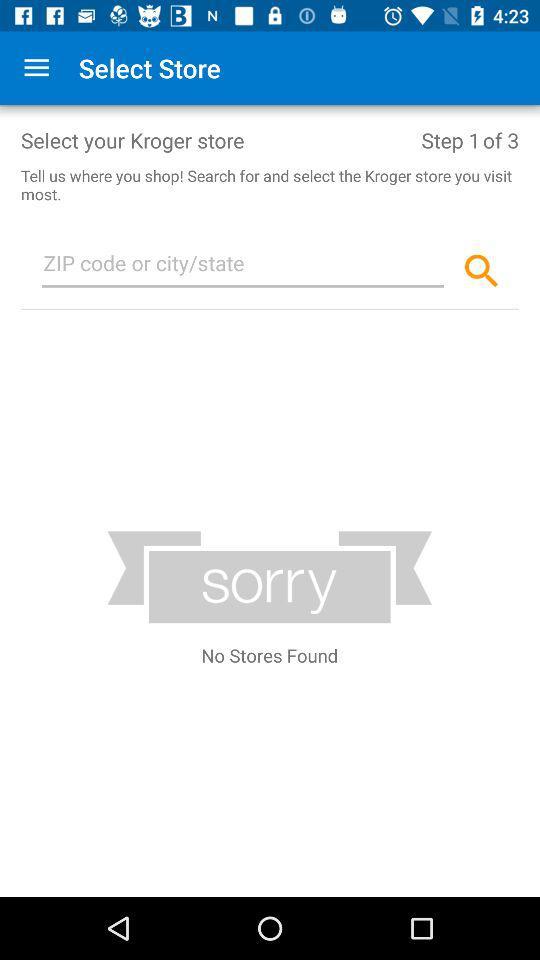 Image resolution: width=540 pixels, height=960 pixels. Describe the element at coordinates (480, 270) in the screenshot. I see `the search icon` at that location.